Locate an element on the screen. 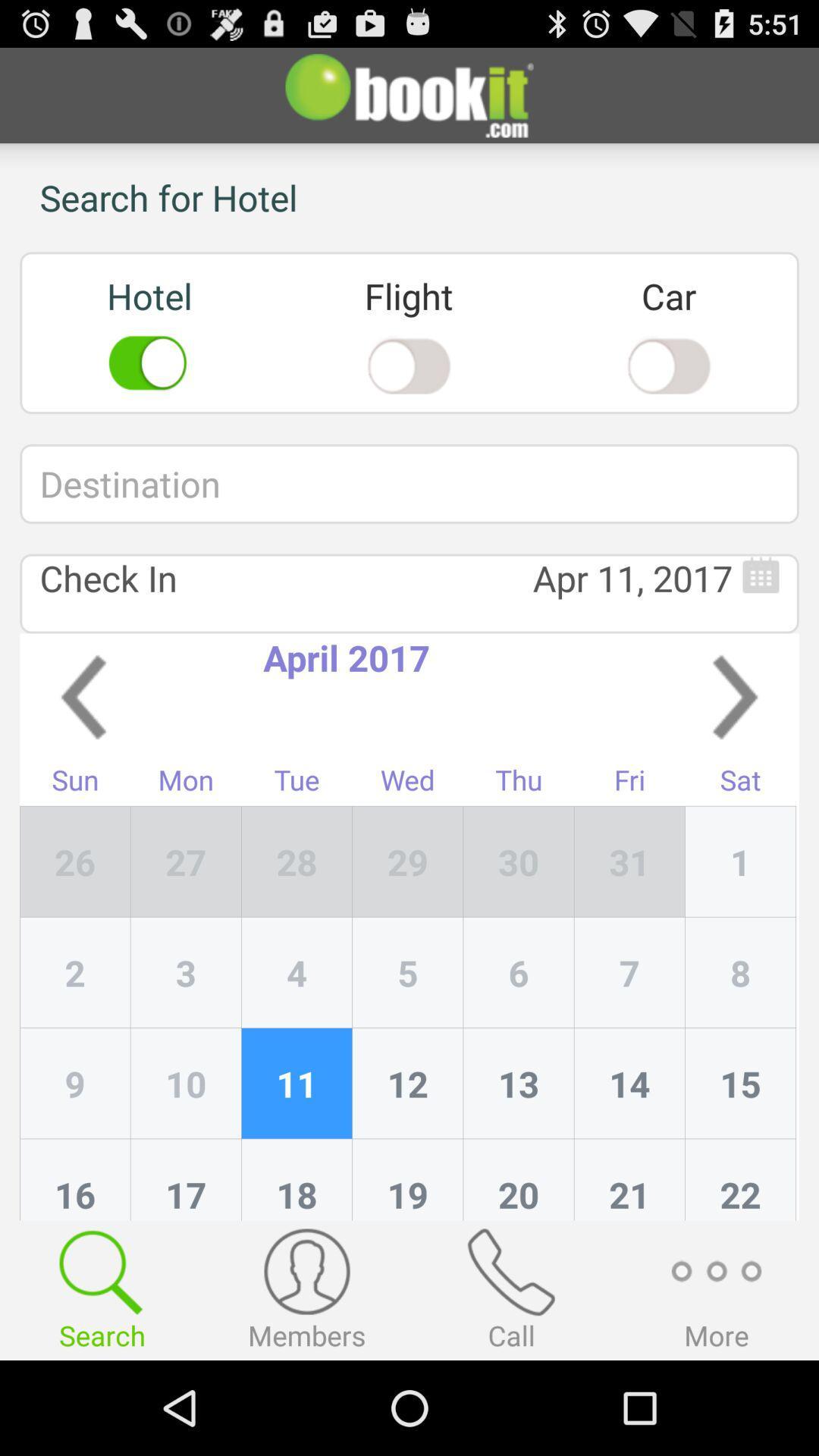  the item to the right of 10 item is located at coordinates (297, 1178).